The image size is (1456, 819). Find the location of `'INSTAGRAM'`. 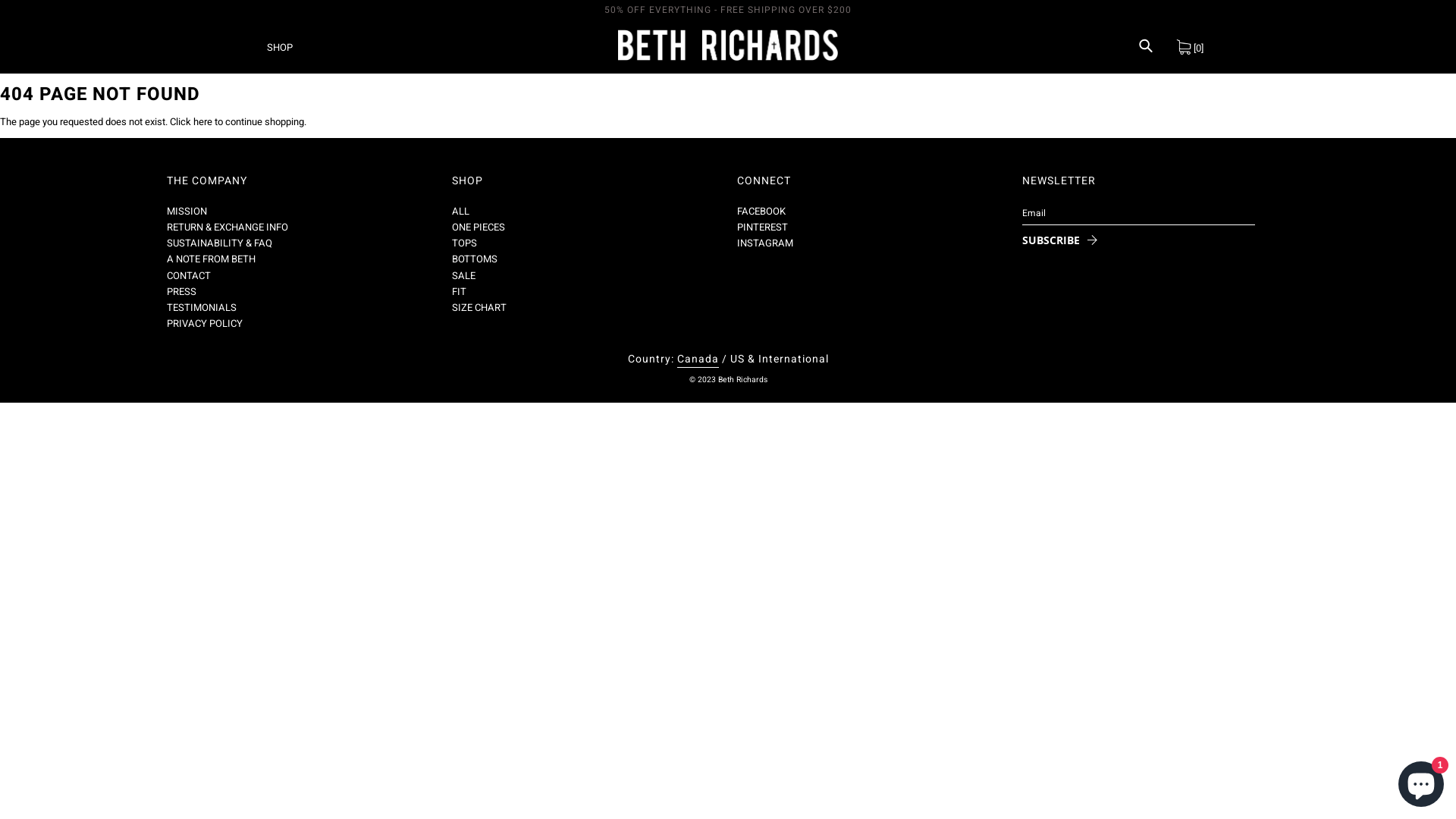

'INSTAGRAM' is located at coordinates (764, 242).